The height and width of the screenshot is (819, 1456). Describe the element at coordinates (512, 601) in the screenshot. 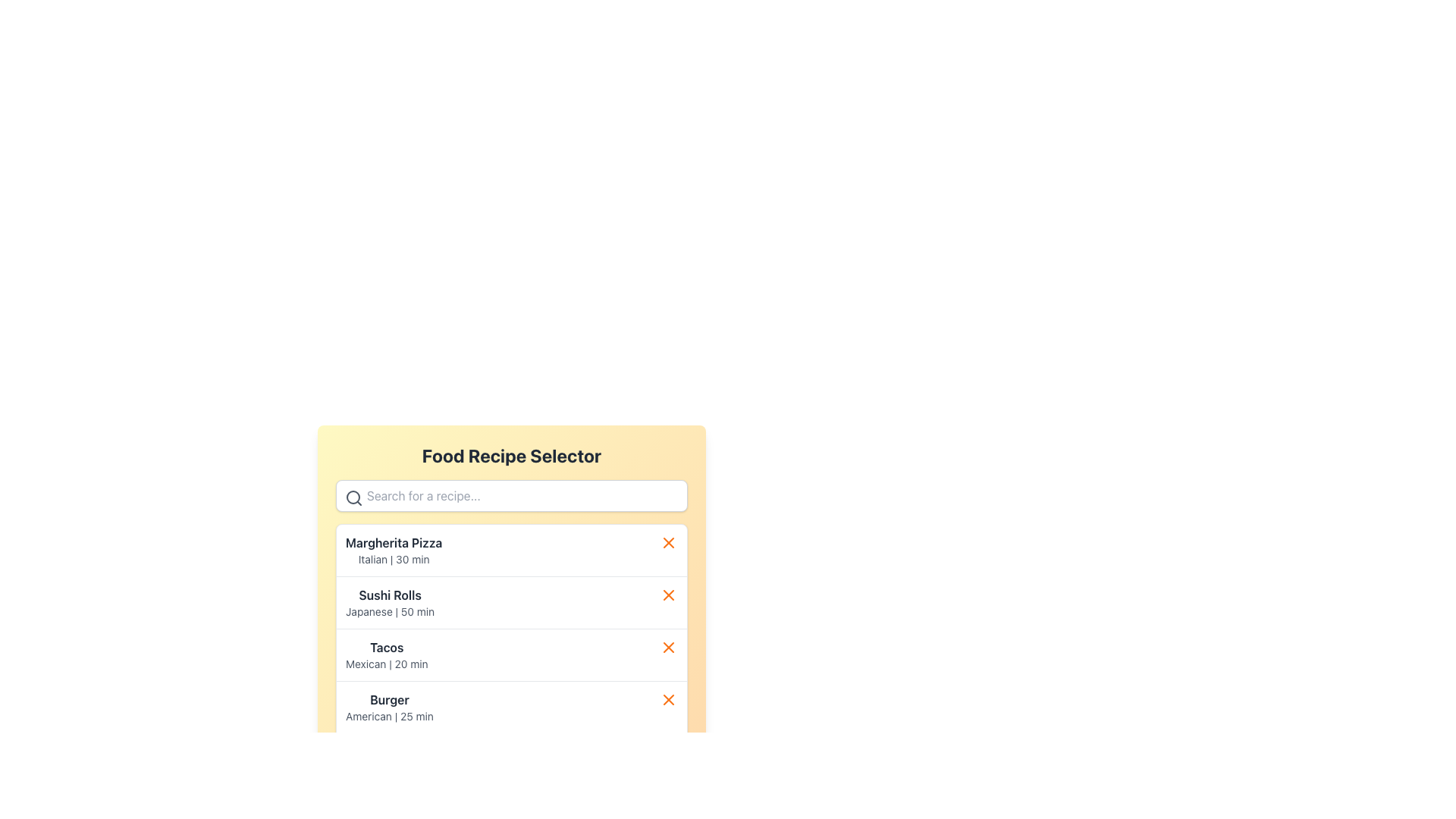

I see `the second food recipe item in the list, which is located directly below 'Margherita Pizza' and above 'Tacos'` at that location.